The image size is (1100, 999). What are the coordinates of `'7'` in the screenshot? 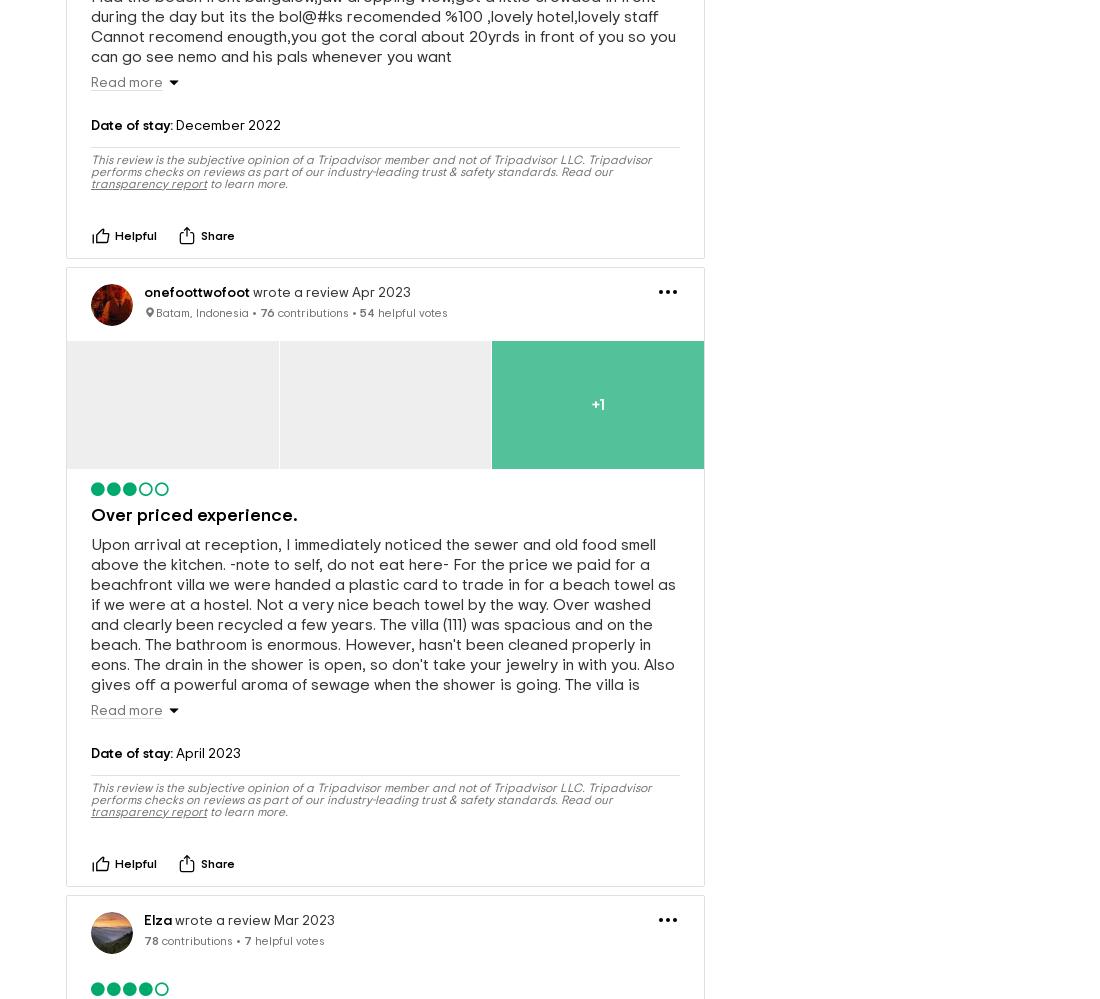 It's located at (248, 907).